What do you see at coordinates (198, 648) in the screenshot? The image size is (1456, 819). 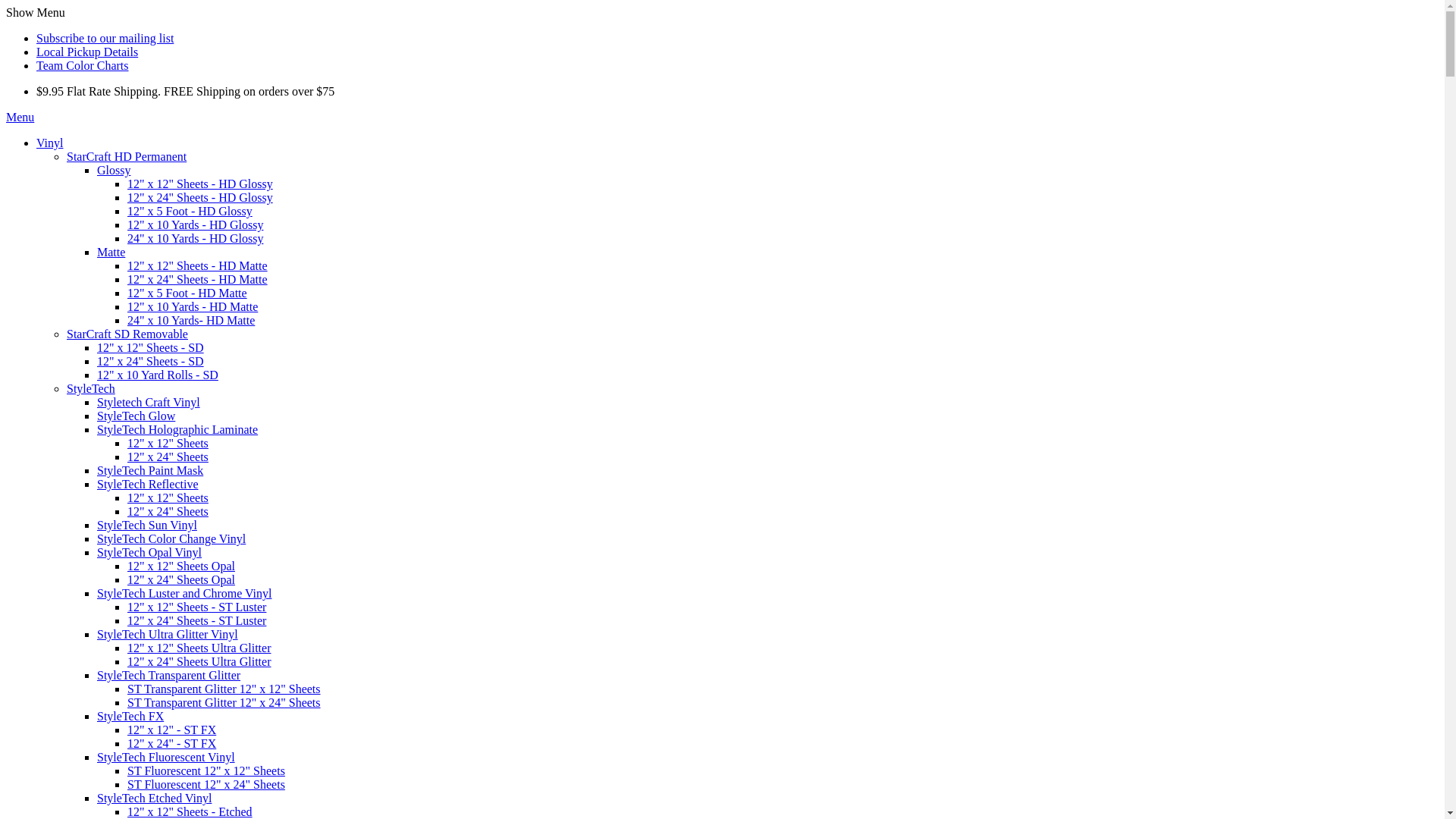 I see `'12" x 12" Sheets Ultra Glitter'` at bounding box center [198, 648].